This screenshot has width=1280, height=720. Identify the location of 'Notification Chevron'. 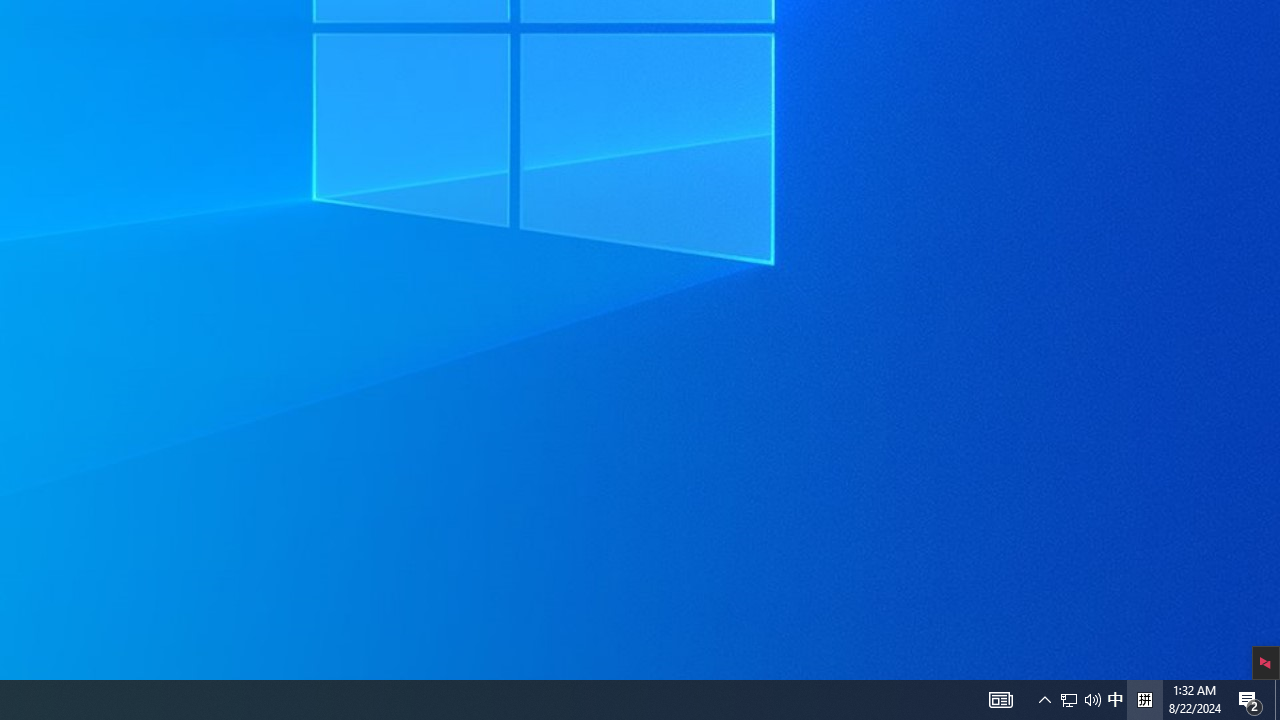
(1044, 698).